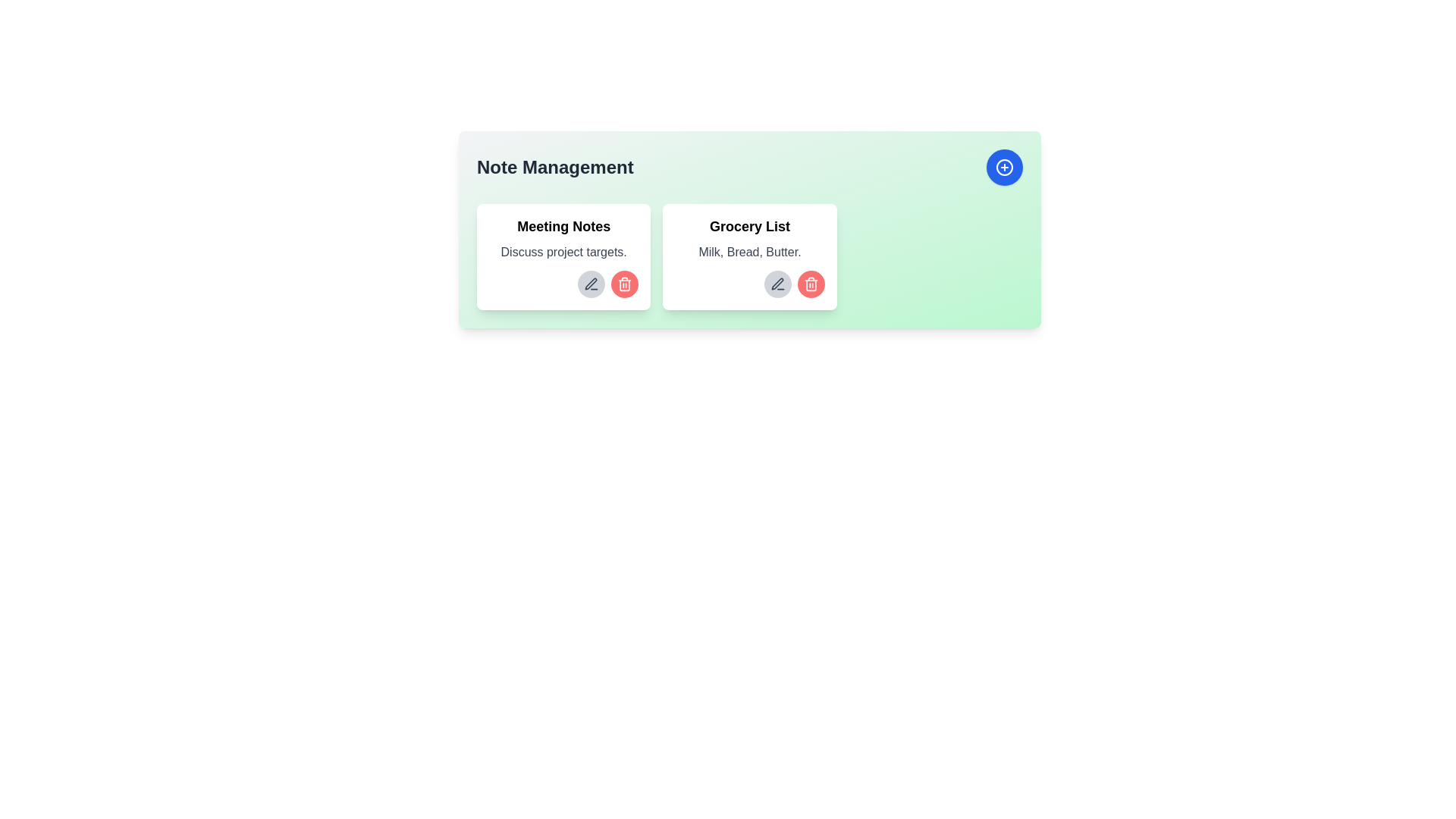  I want to click on the red trash bin icon located at the bottom-right corner of the 'Grocery List' card, so click(810, 284).